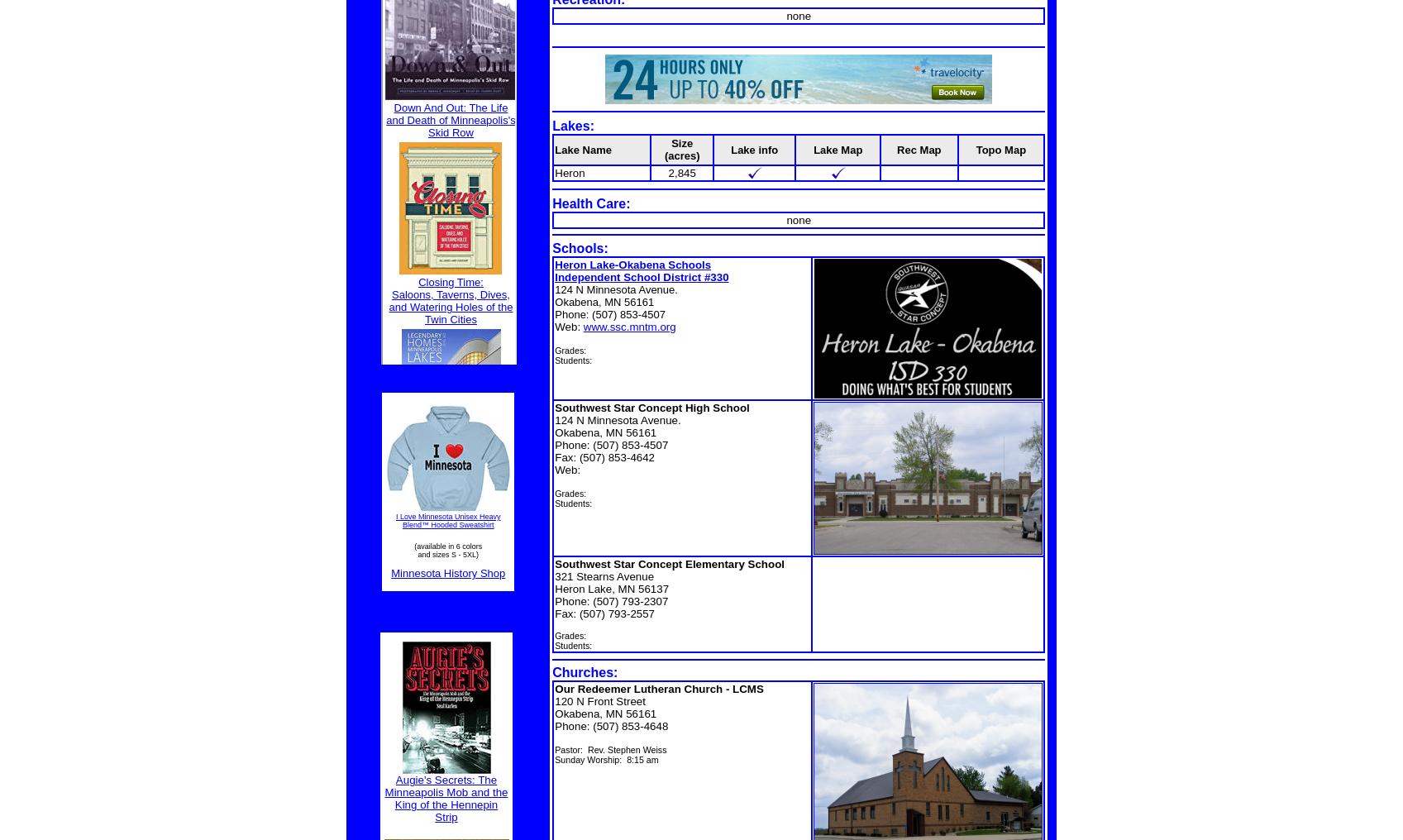 The height and width of the screenshot is (840, 1403). Describe the element at coordinates (604, 714) in the screenshot. I see `'Okabena, MN 56161'` at that location.